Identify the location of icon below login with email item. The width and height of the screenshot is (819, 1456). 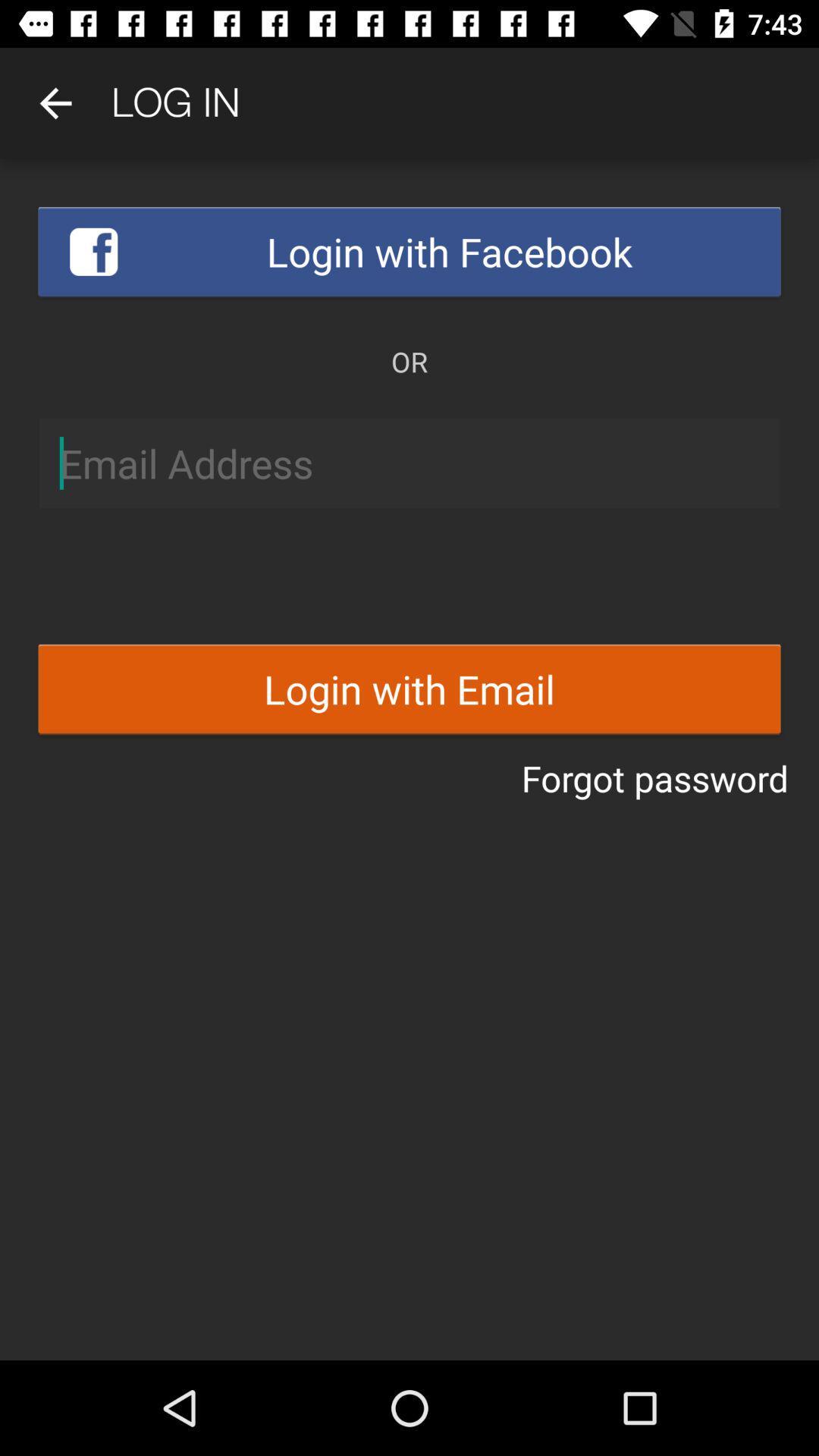
(654, 778).